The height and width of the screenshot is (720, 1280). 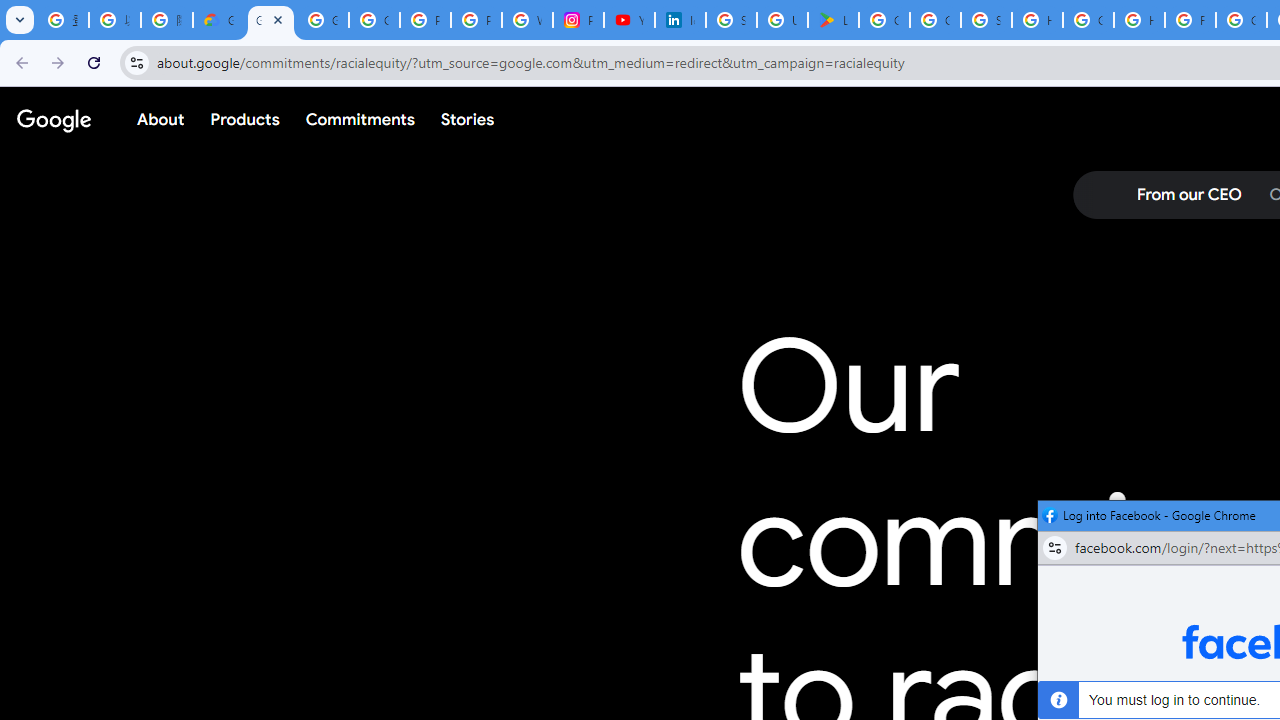 What do you see at coordinates (359, 119) in the screenshot?
I see `'Commitments'` at bounding box center [359, 119].